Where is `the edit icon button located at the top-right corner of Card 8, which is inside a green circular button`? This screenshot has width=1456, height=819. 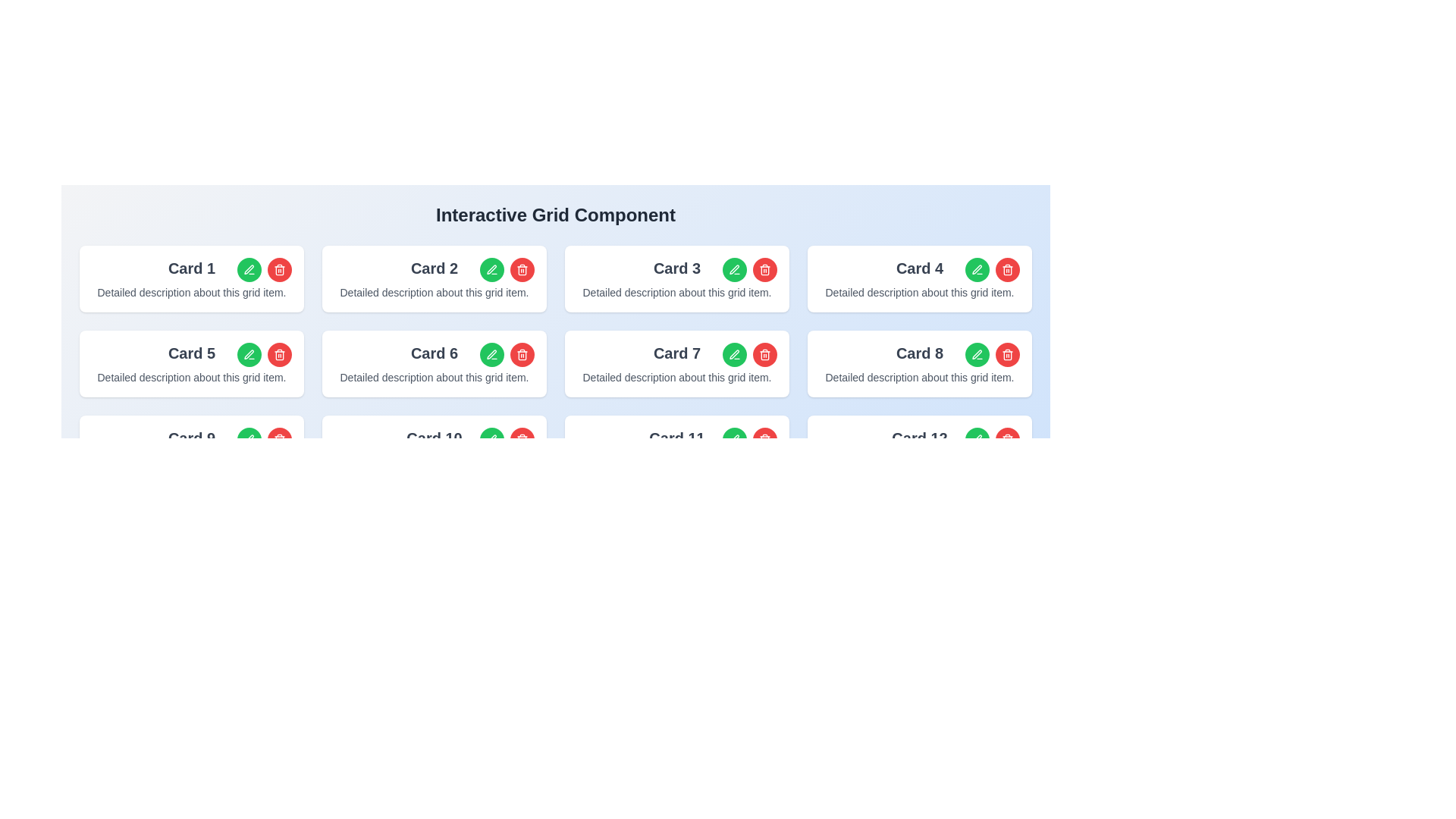
the edit icon button located at the top-right corner of Card 8, which is inside a green circular button is located at coordinates (977, 354).